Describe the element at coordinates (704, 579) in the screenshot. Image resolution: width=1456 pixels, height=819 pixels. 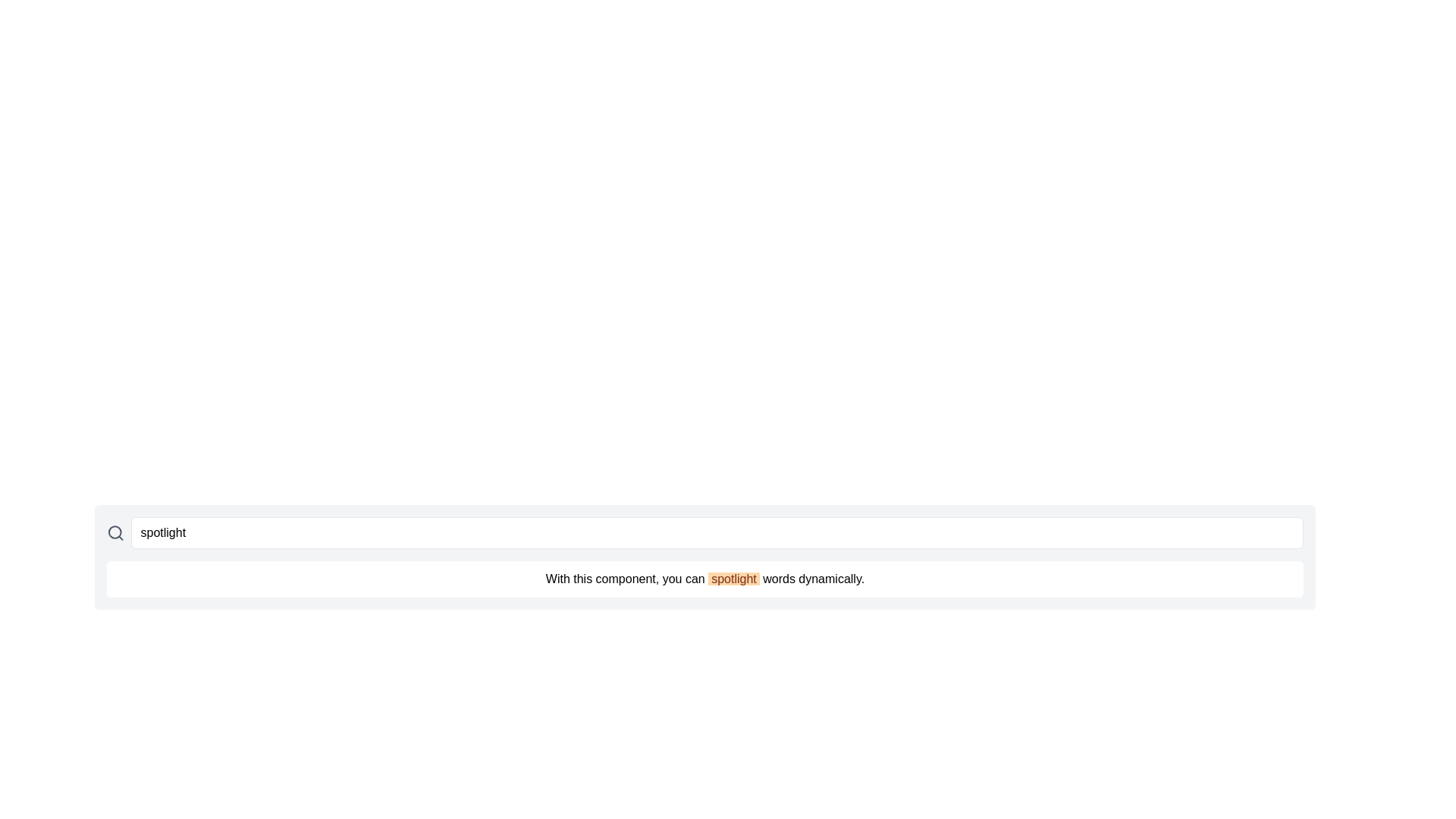
I see `the text block containing the message 'With this component, you can spotlight words dynamically.' which has the word 'spotlight' highlighted in orange` at that location.